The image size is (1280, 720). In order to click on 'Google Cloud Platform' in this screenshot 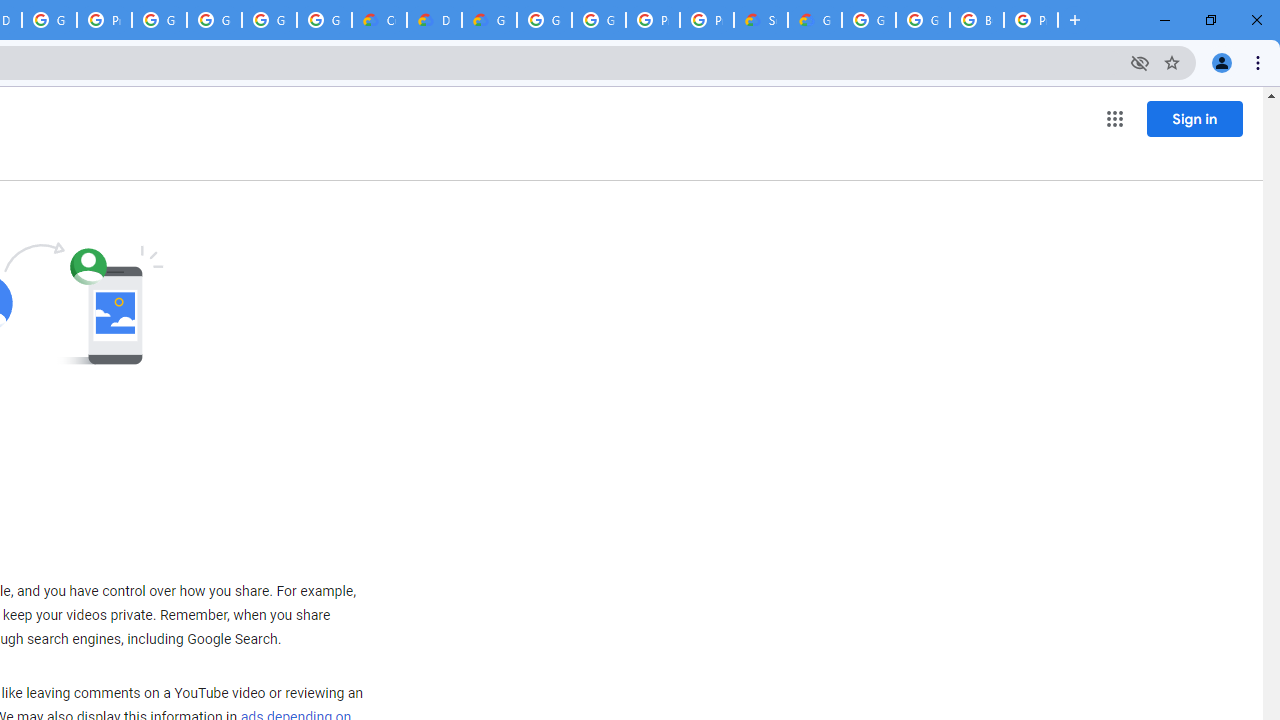, I will do `click(598, 20)`.